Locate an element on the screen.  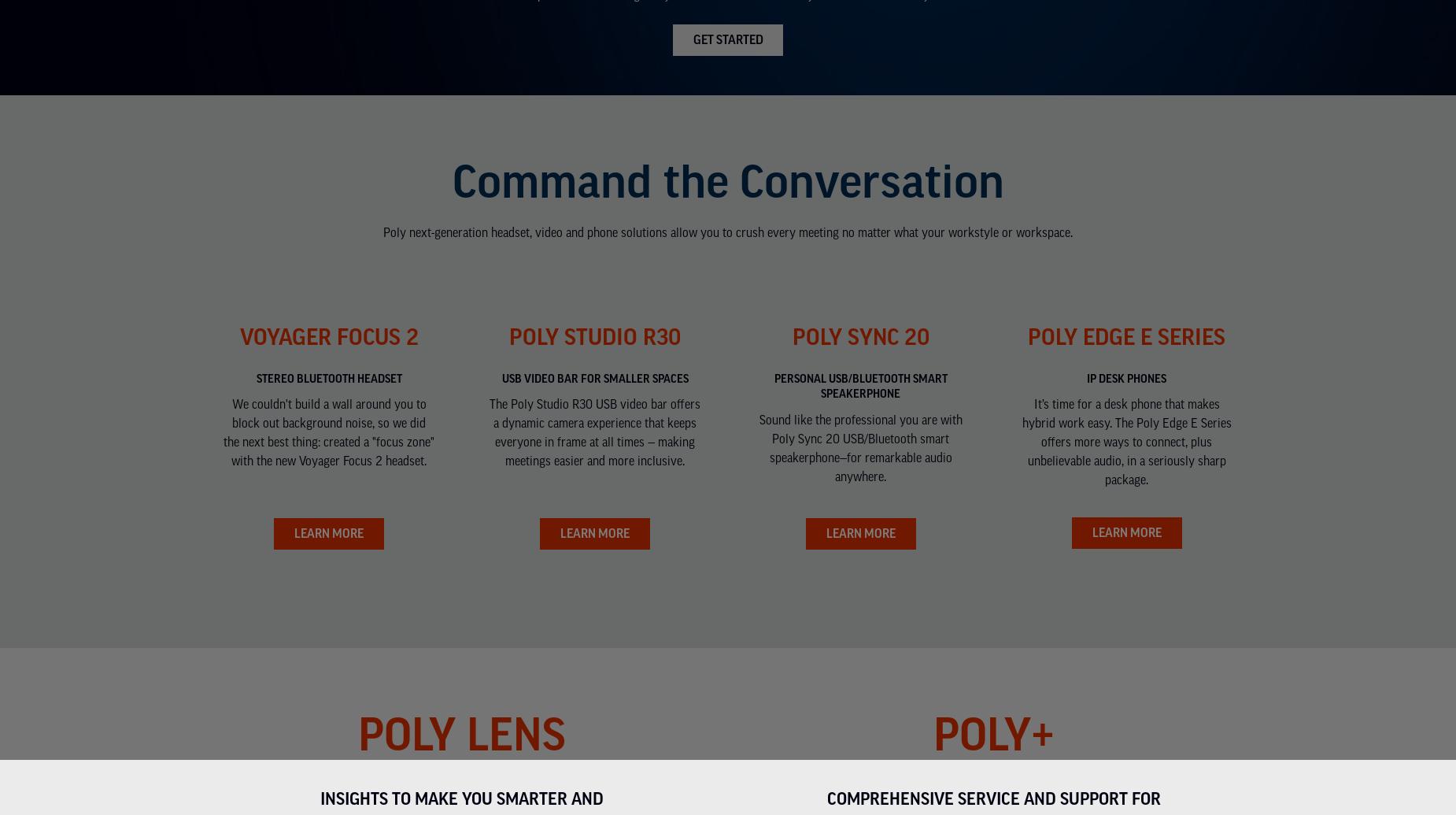
'The Poly Studio R30 USB video bar offers a dynamic camera experience that keeps everyone in frame at all times — making meetings easier and more inclusive.' is located at coordinates (489, 432).